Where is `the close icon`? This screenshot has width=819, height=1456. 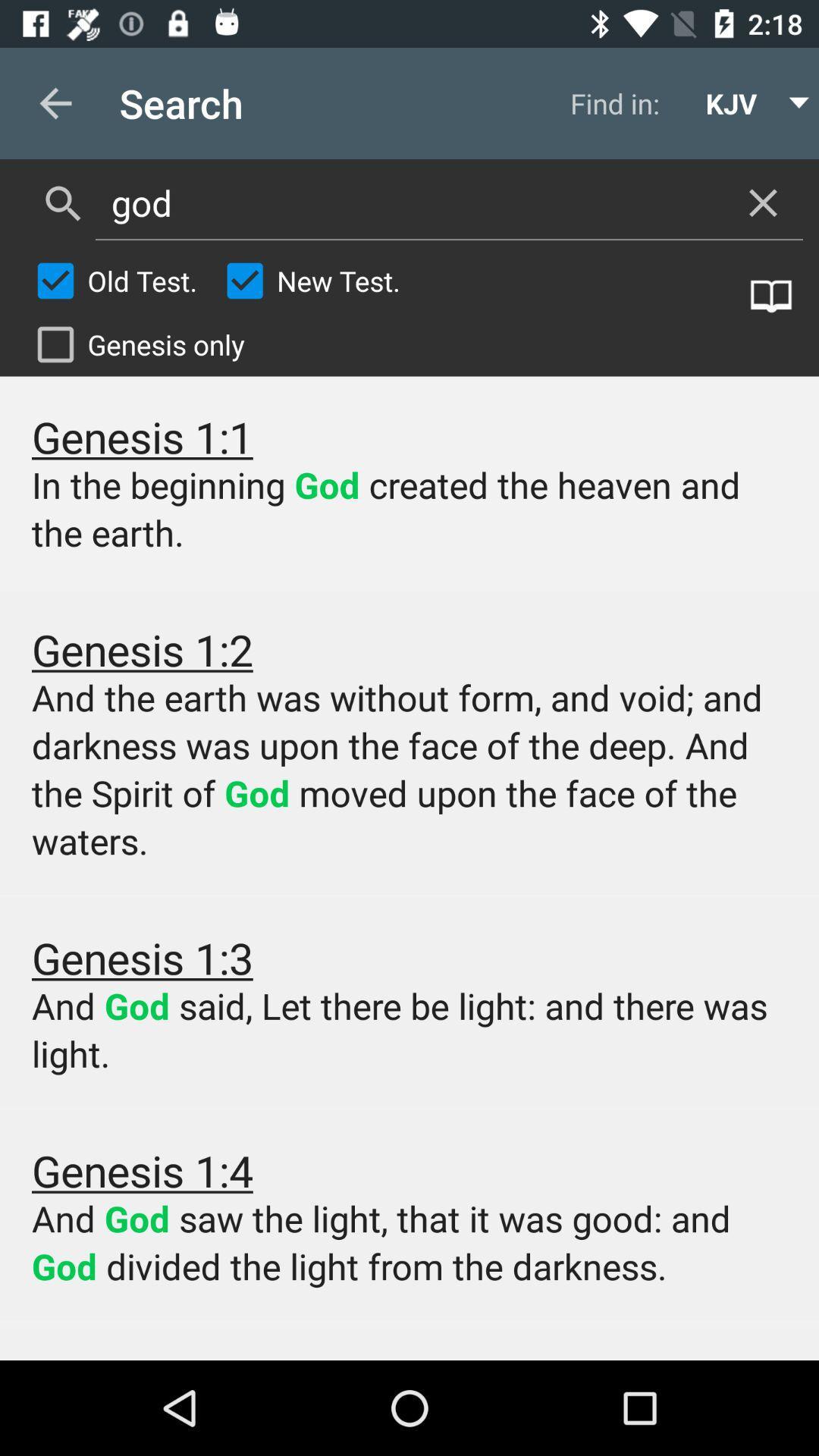
the close icon is located at coordinates (763, 202).